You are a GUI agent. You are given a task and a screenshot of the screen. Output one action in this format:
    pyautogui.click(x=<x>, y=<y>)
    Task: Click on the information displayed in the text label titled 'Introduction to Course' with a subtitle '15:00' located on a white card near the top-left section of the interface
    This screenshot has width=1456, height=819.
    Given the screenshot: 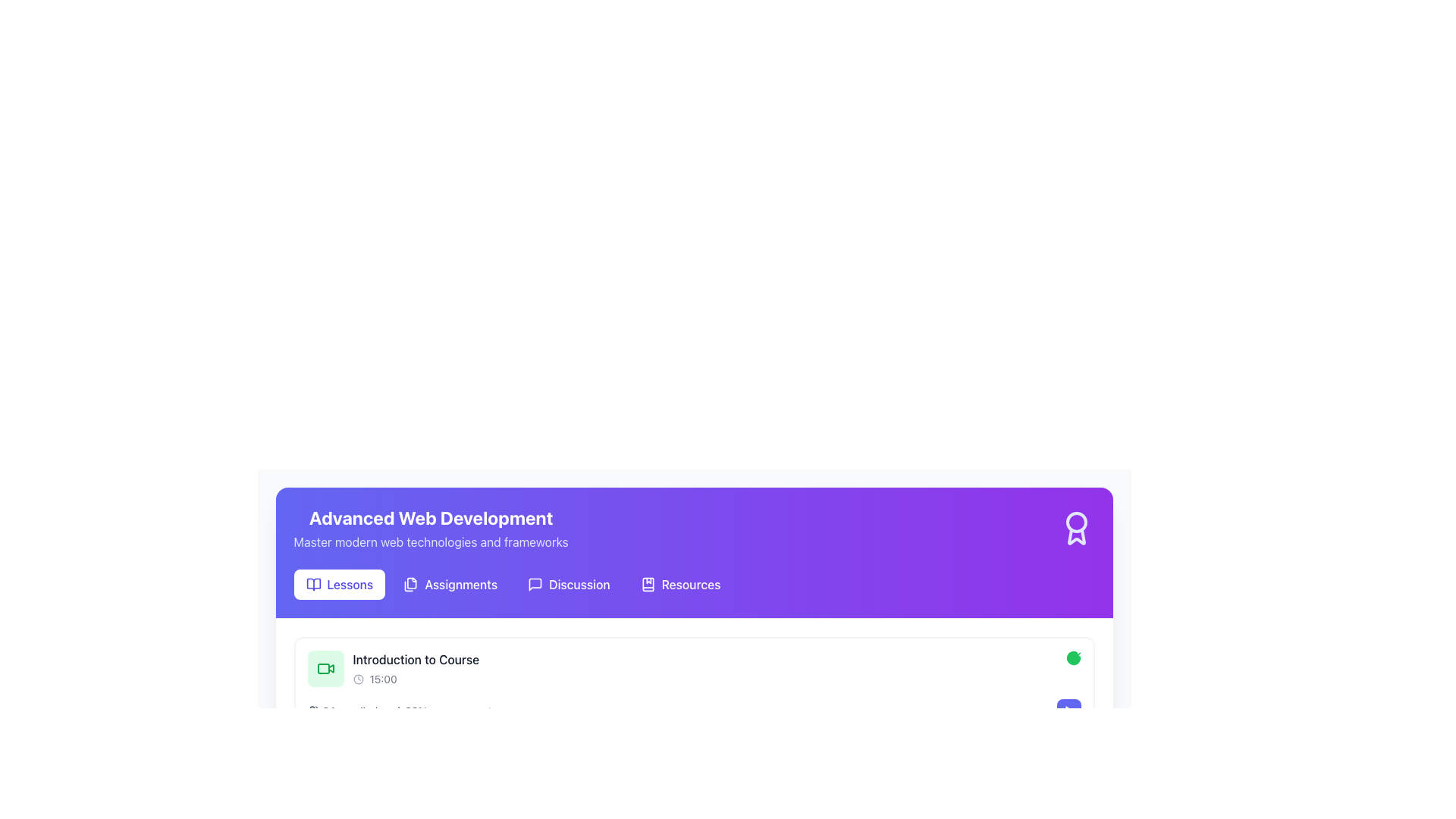 What is the action you would take?
    pyautogui.click(x=416, y=668)
    